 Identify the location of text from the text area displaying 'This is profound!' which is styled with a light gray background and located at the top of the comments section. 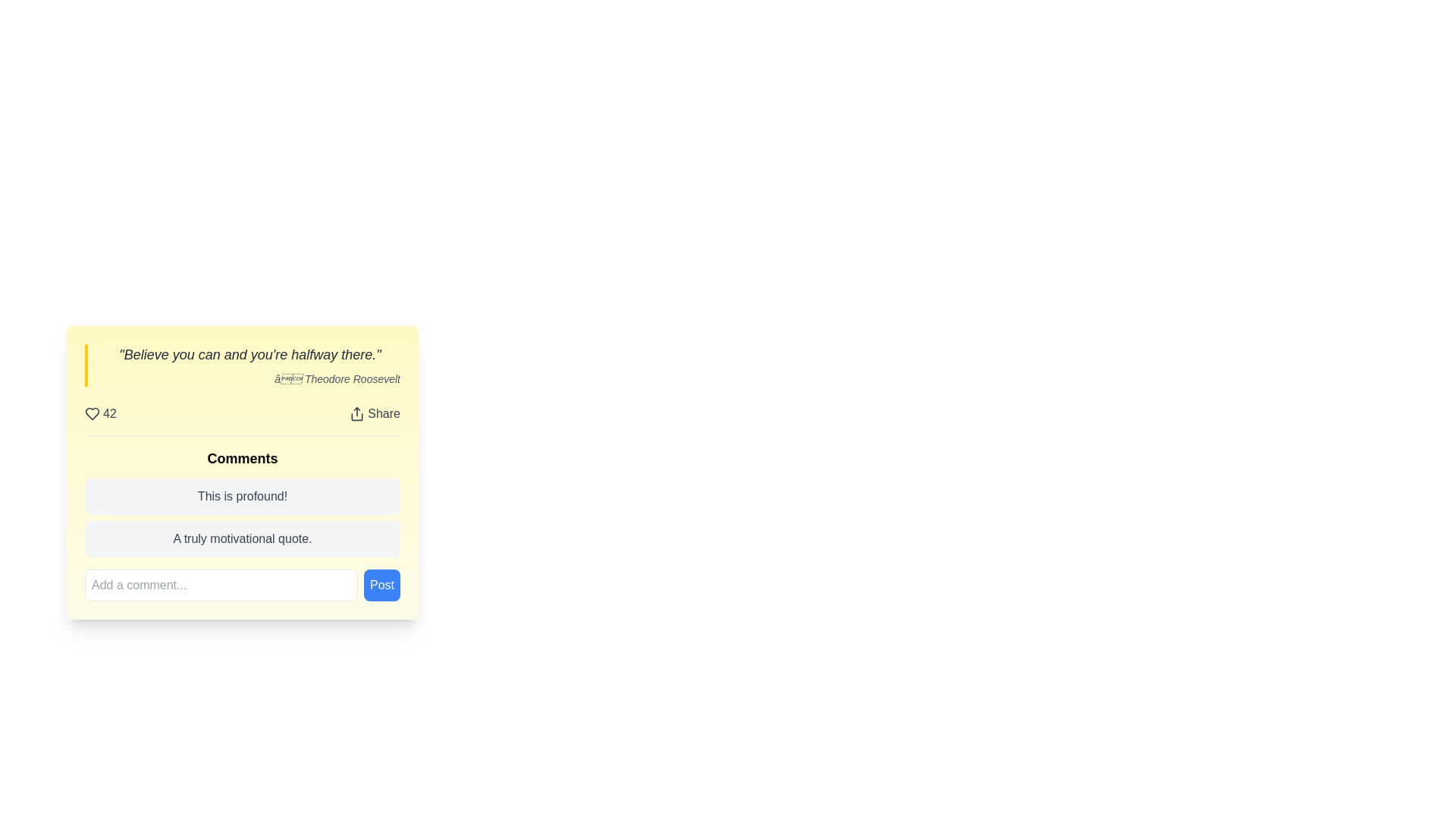
(243, 497).